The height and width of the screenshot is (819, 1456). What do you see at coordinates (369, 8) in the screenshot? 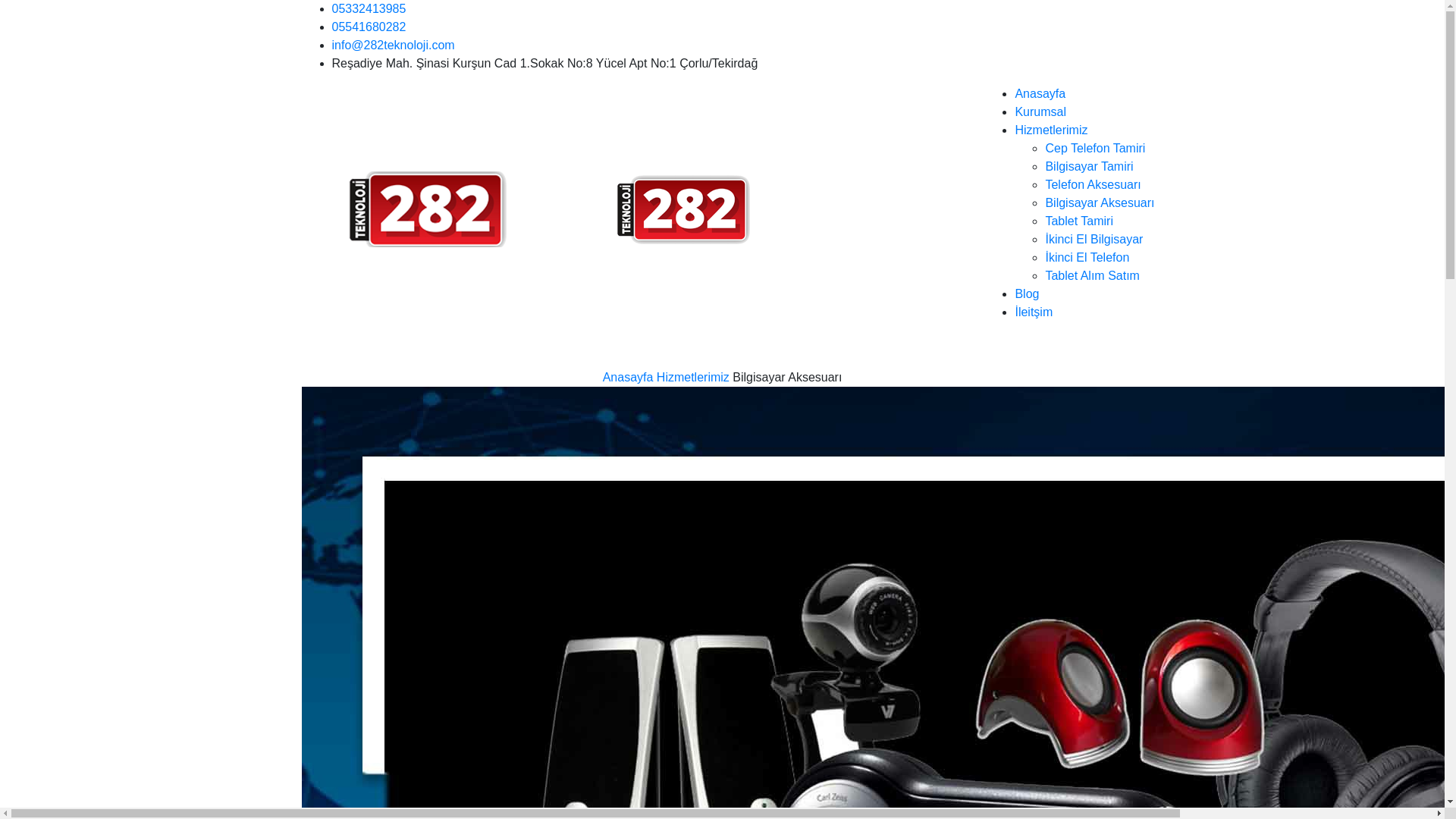
I see `'05332413985'` at bounding box center [369, 8].